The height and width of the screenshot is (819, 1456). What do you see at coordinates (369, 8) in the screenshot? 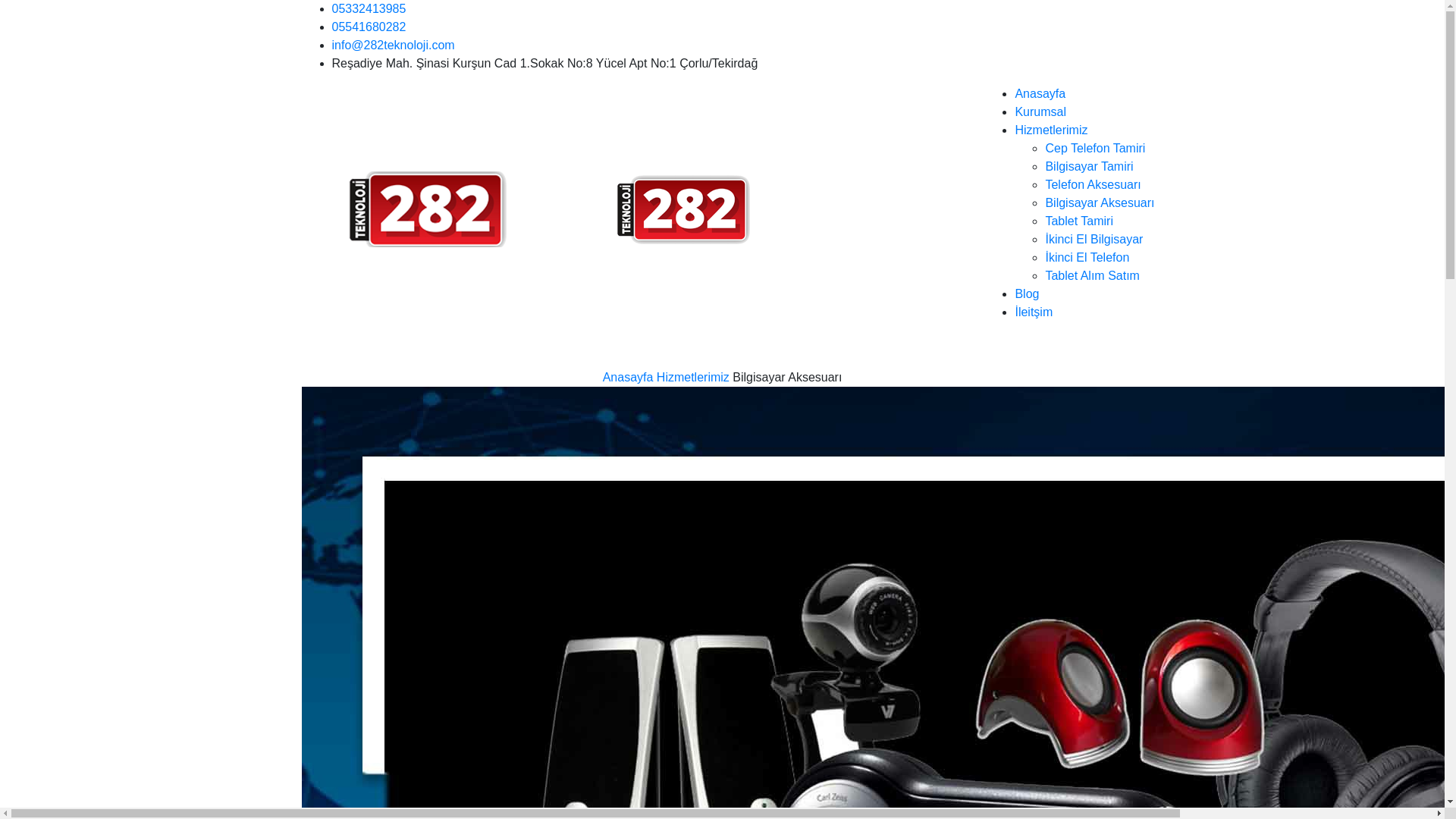
I see `'05332413985'` at bounding box center [369, 8].